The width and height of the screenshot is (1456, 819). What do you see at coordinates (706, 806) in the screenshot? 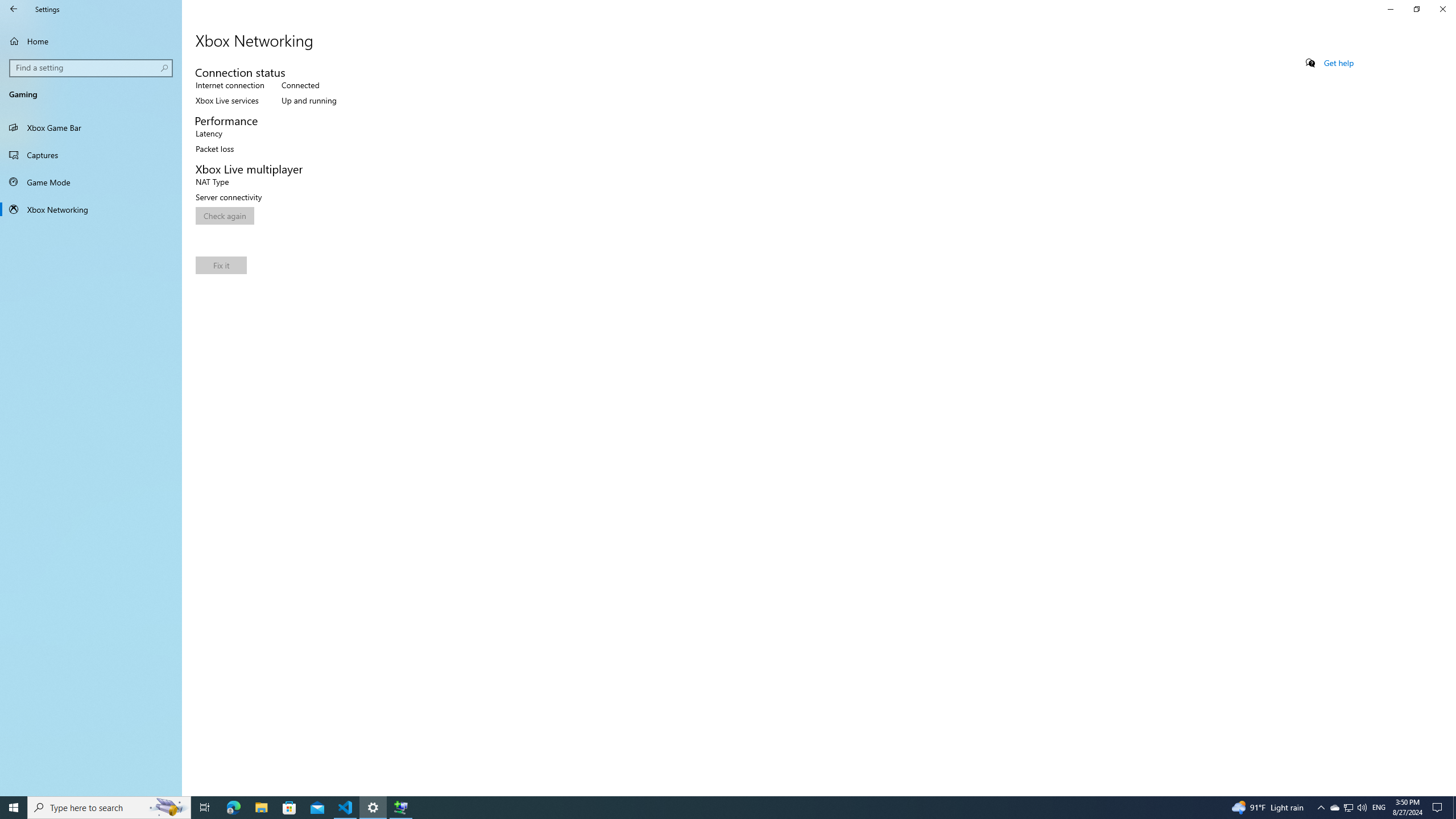
I see `'Running applications'` at bounding box center [706, 806].